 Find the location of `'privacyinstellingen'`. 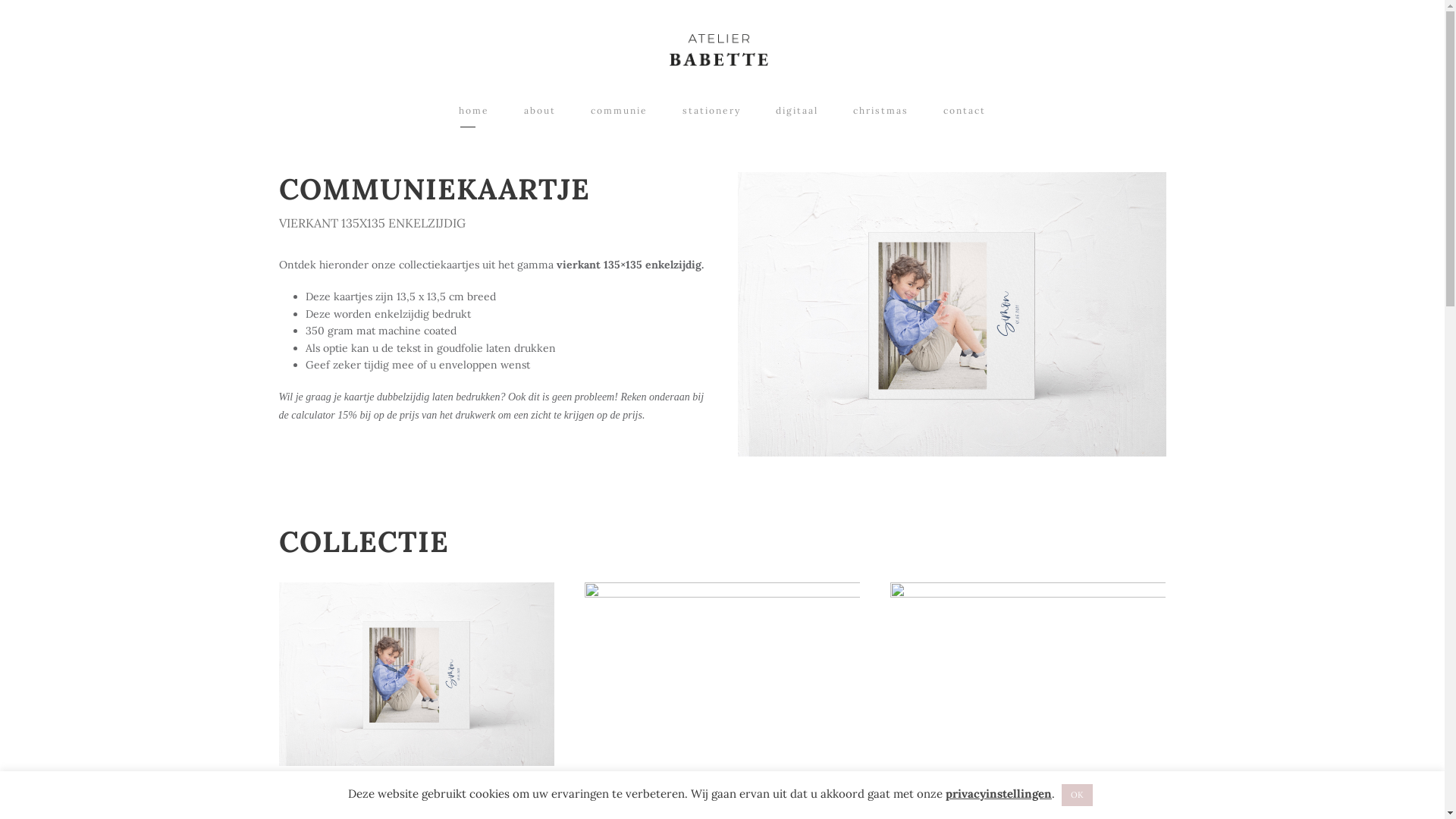

'privacyinstellingen' is located at coordinates (945, 792).